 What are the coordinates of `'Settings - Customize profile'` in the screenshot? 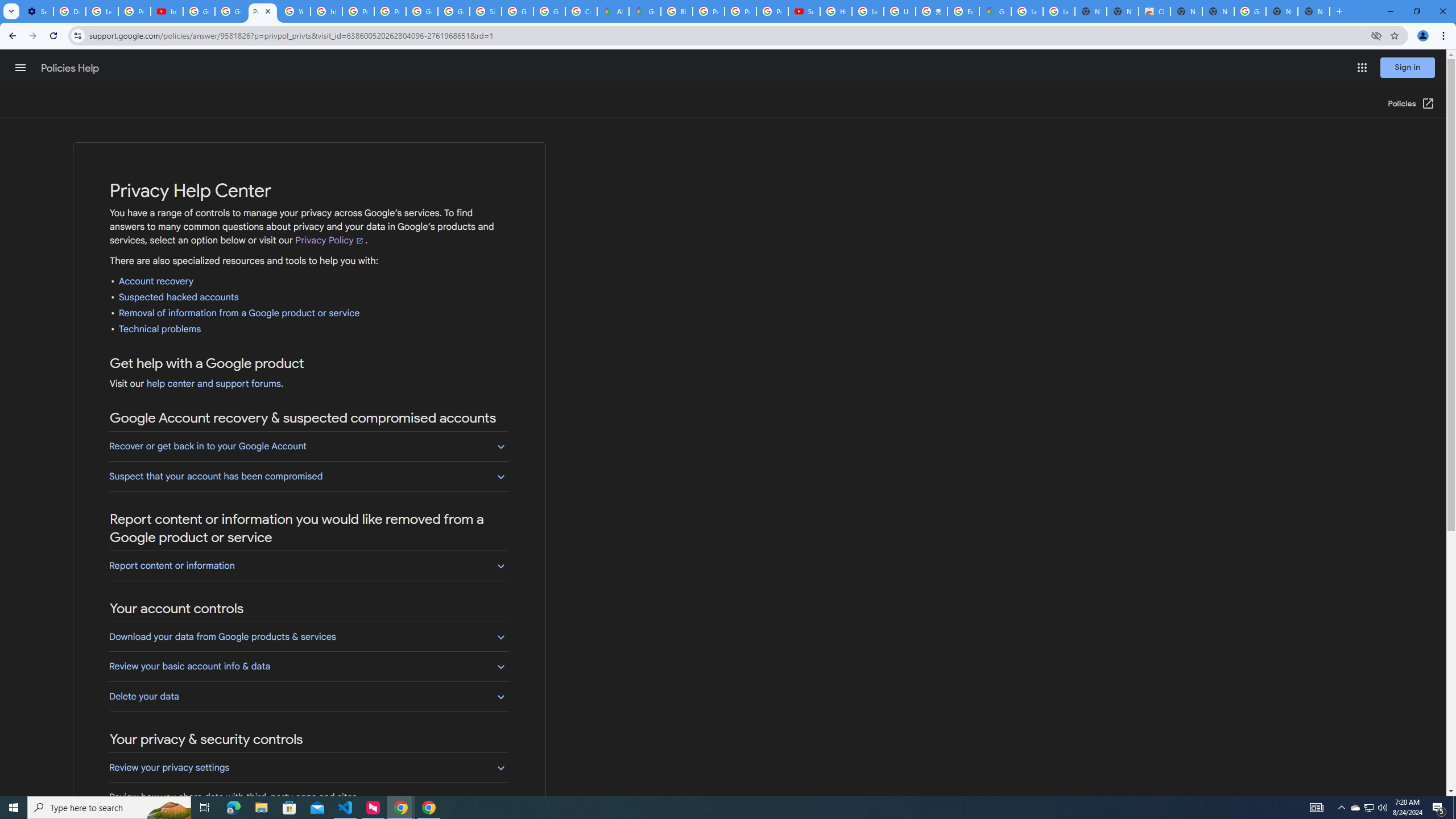 It's located at (37, 11).